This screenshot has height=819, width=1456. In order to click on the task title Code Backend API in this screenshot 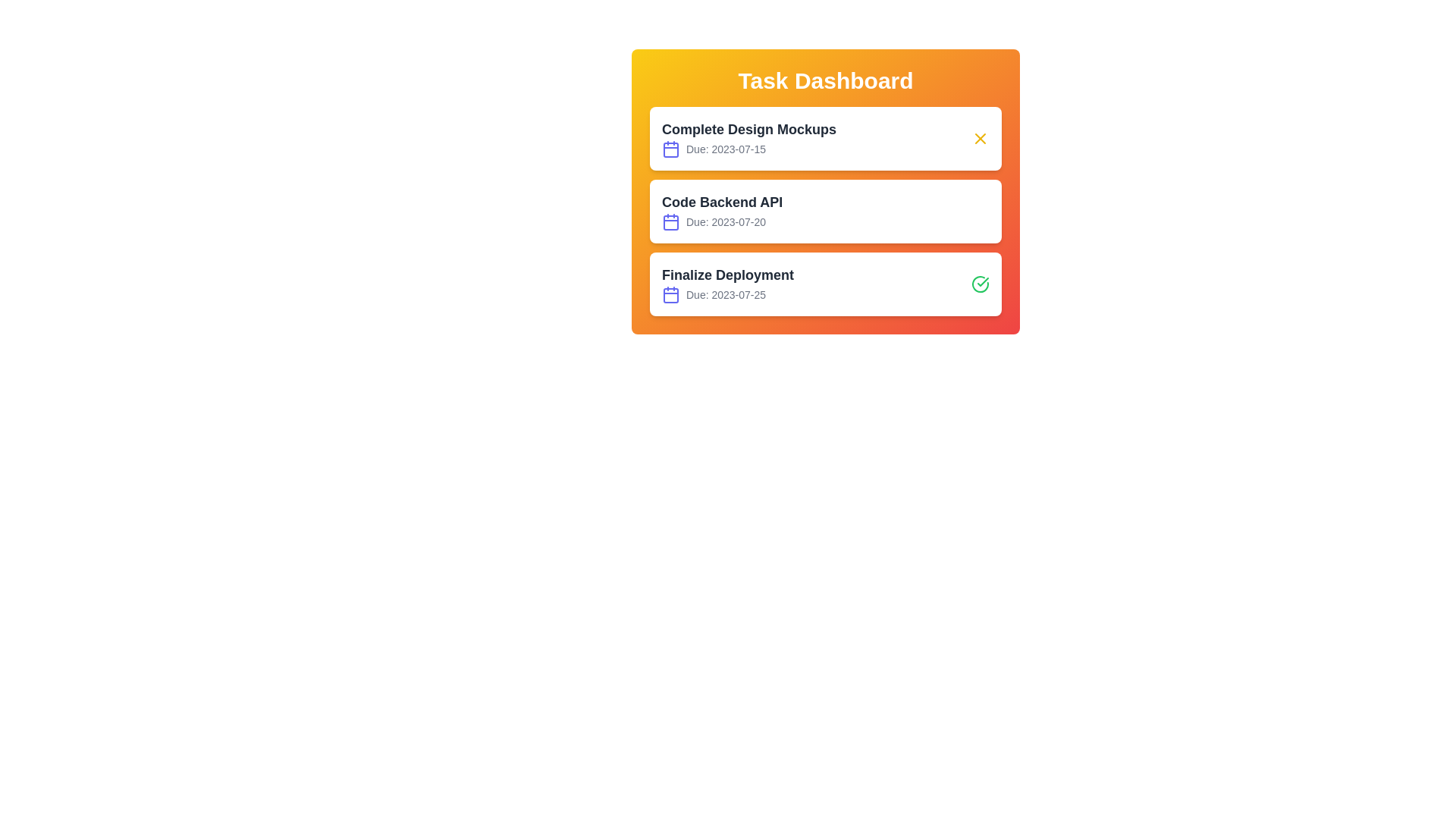, I will do `click(720, 201)`.